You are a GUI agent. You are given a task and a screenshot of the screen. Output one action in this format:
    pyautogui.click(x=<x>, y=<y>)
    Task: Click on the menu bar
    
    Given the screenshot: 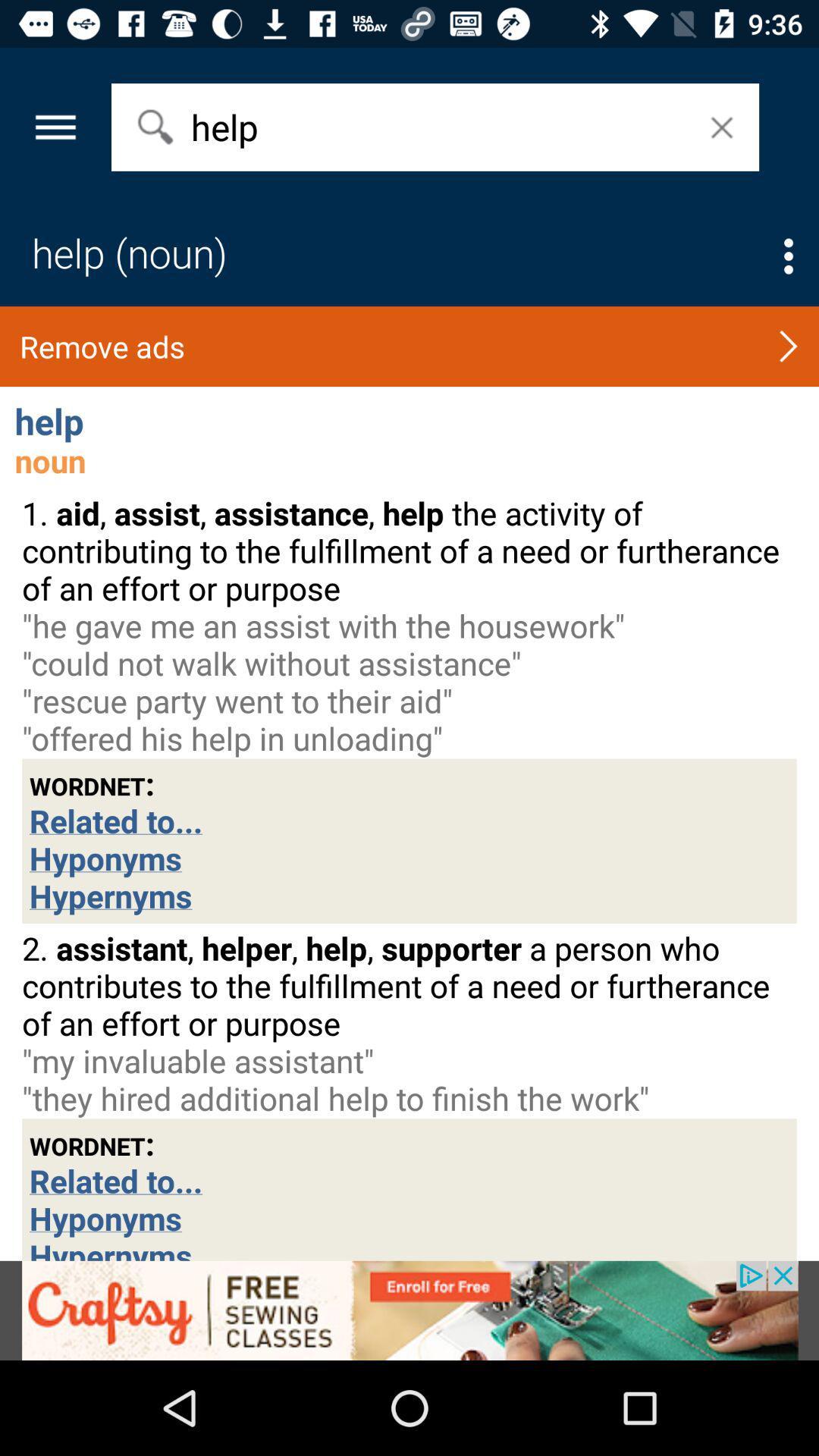 What is the action you would take?
    pyautogui.click(x=788, y=256)
    